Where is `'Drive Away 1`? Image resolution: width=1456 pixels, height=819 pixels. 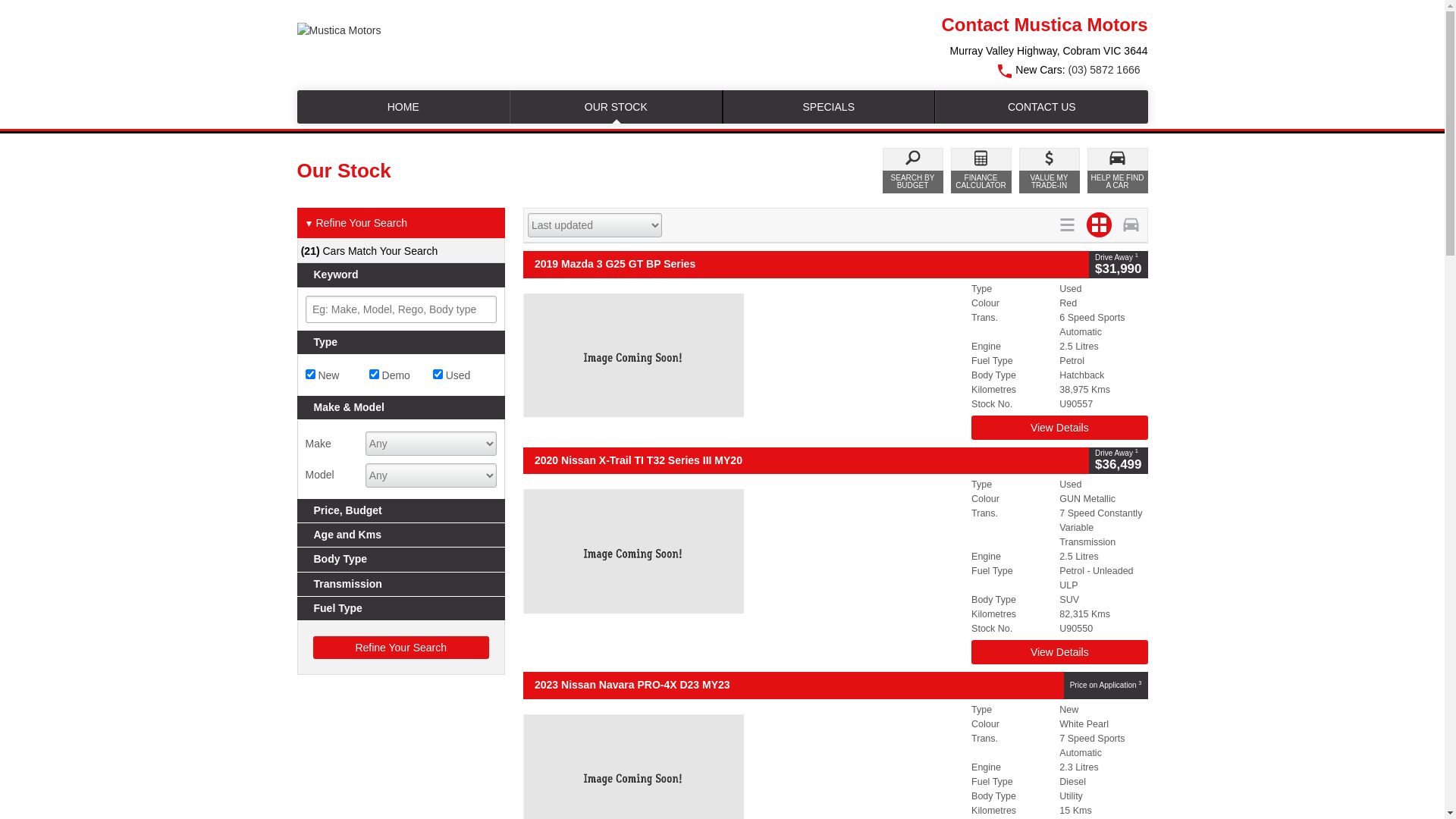 'Drive Away 1 is located at coordinates (1118, 263).